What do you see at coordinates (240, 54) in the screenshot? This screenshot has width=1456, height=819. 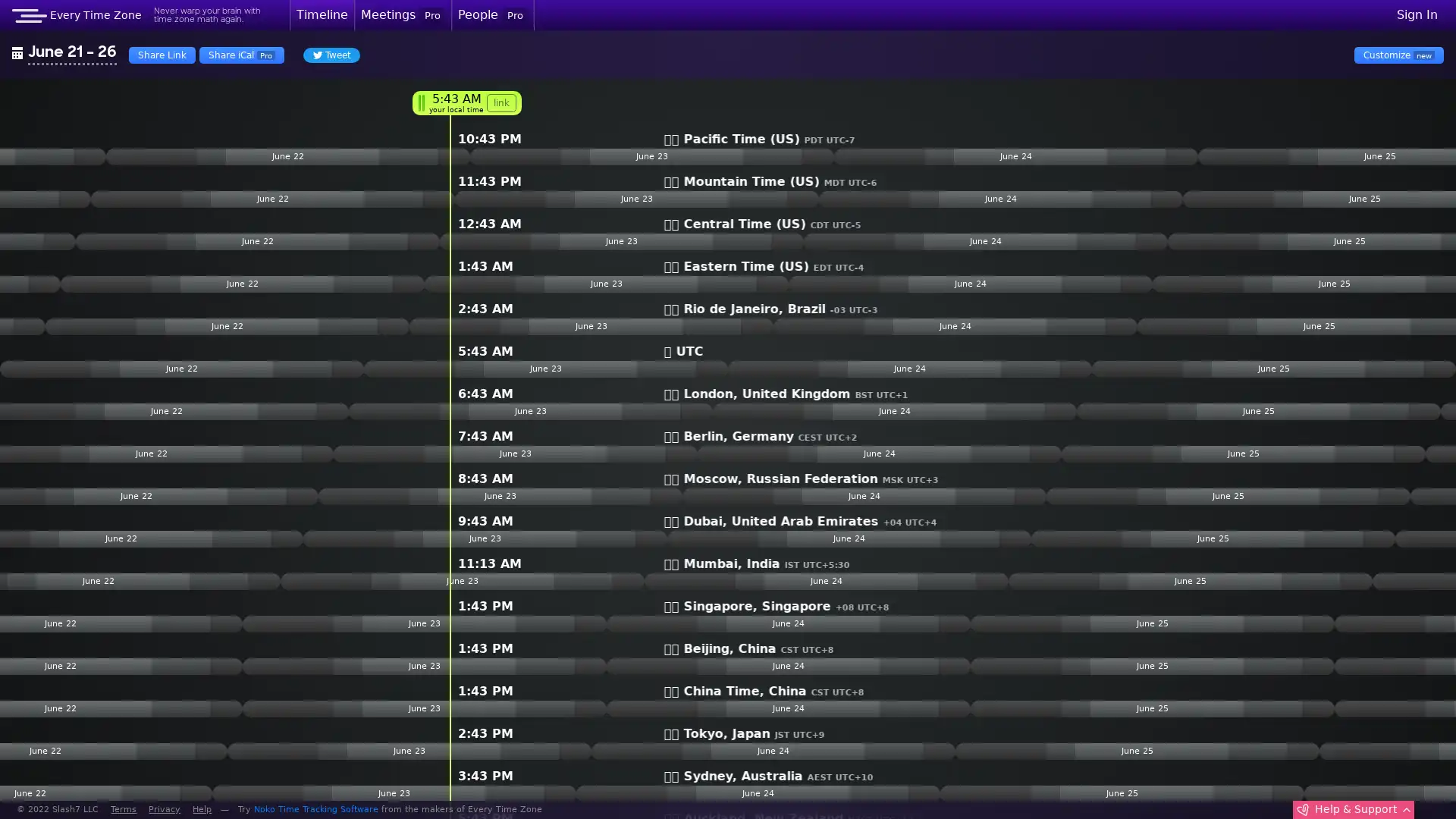 I see `Share iCal Pro` at bounding box center [240, 54].